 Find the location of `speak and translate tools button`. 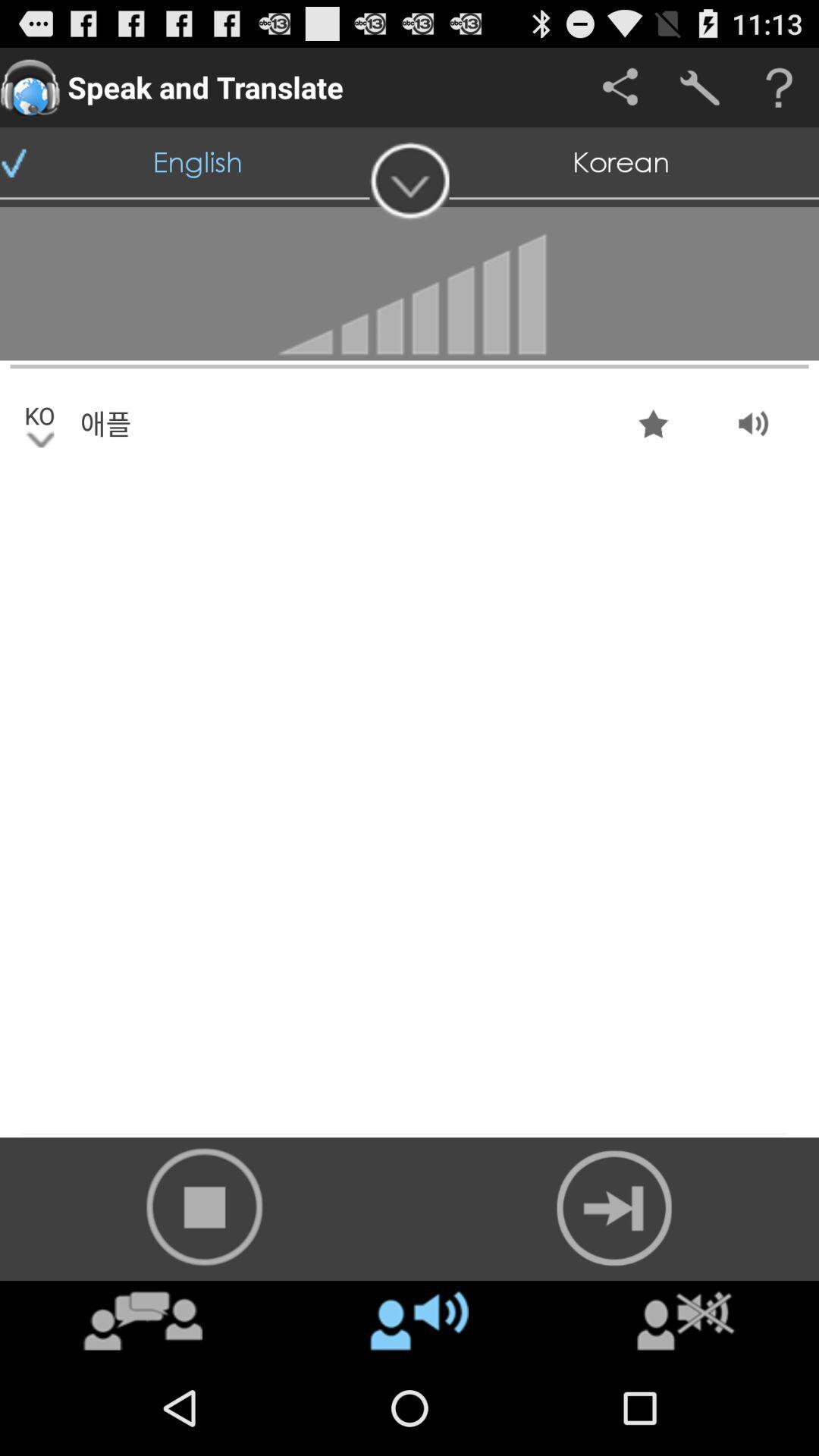

speak and translate tools button is located at coordinates (699, 86).